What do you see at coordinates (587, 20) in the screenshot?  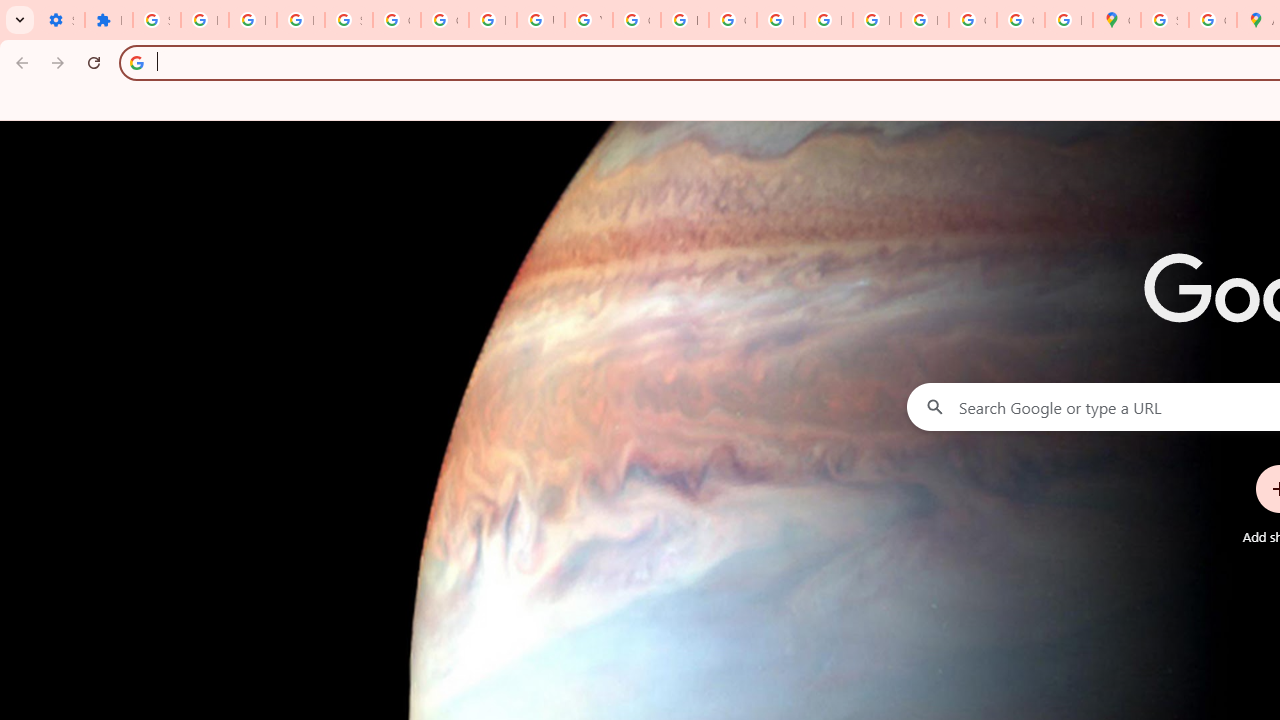 I see `'YouTube'` at bounding box center [587, 20].